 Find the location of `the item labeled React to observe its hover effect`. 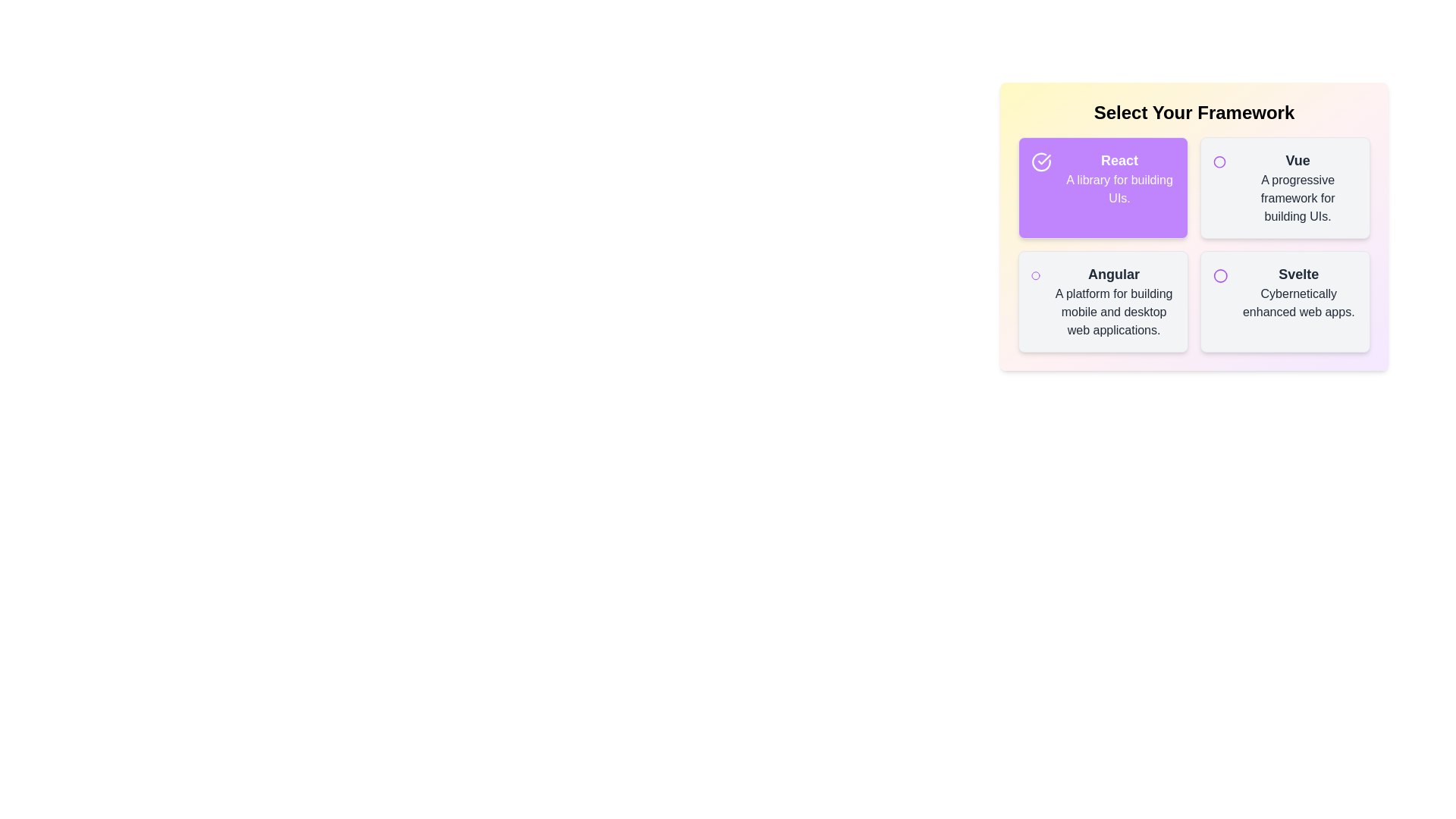

the item labeled React to observe its hover effect is located at coordinates (1103, 187).